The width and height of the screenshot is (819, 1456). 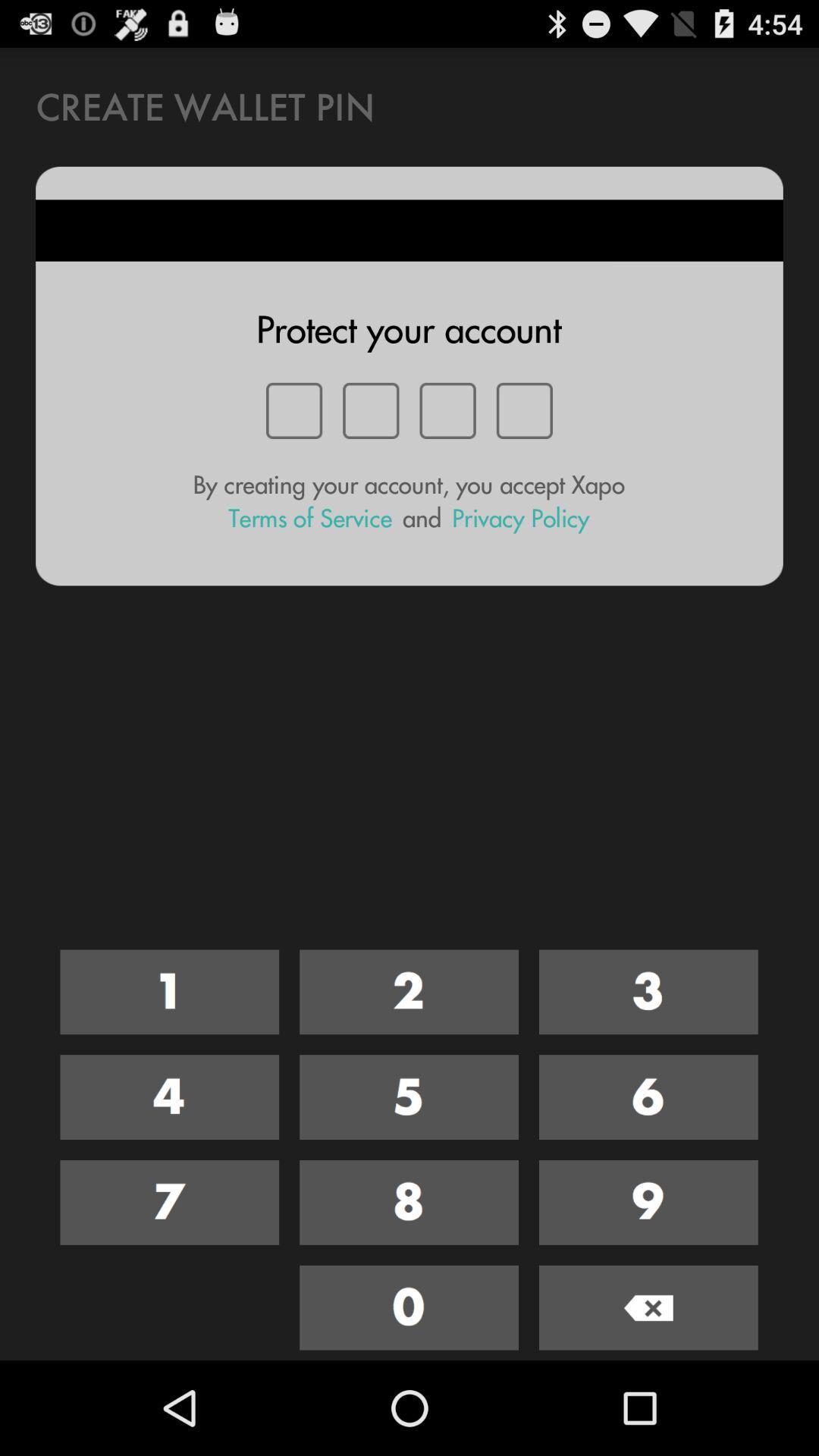 What do you see at coordinates (648, 1097) in the screenshot?
I see `press number 6` at bounding box center [648, 1097].